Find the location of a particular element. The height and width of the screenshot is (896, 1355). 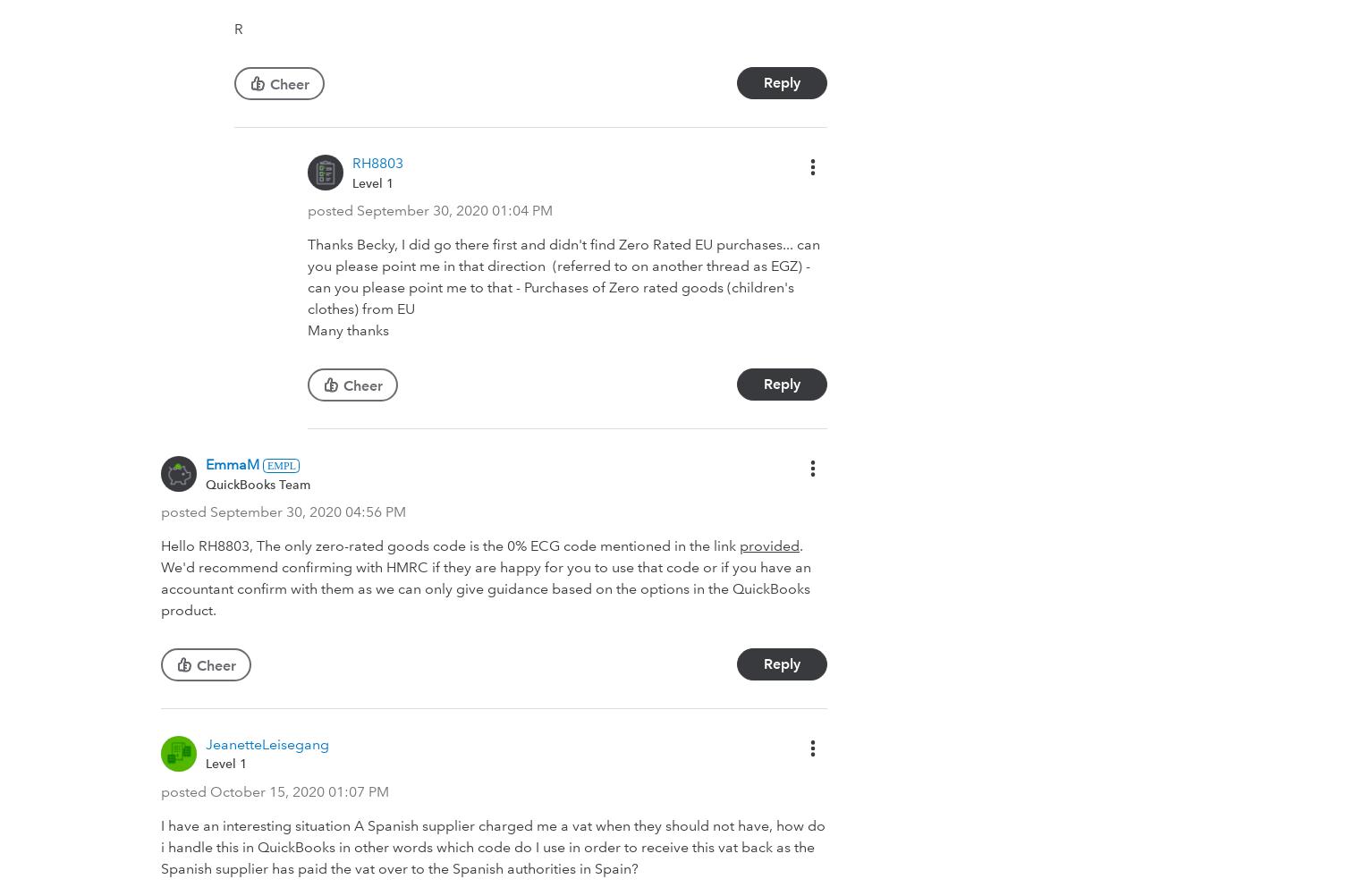

'‎October 15, 2020' is located at coordinates (267, 791).